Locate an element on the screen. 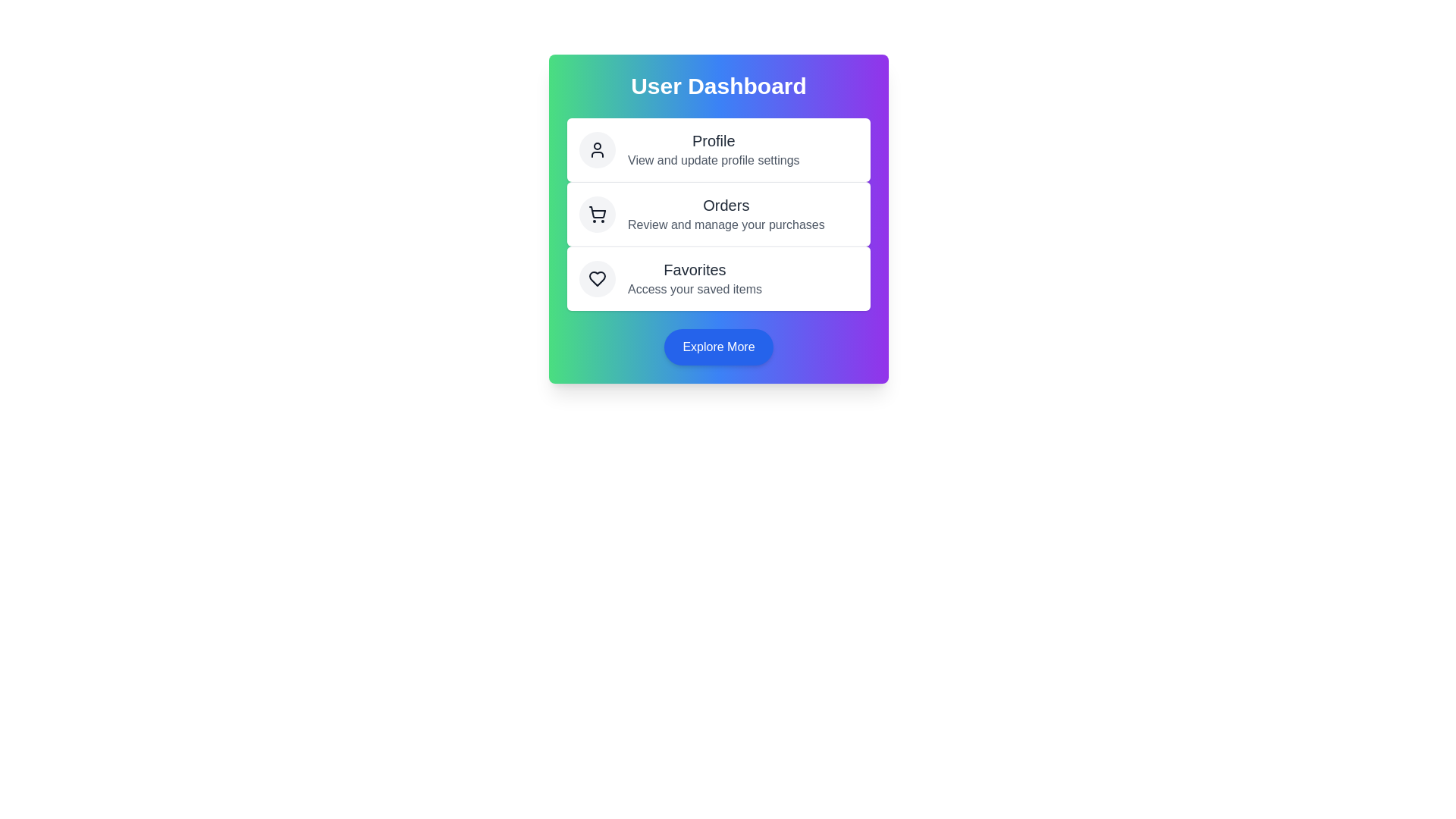  the 'Profile' action to view and update profile settings is located at coordinates (718, 149).